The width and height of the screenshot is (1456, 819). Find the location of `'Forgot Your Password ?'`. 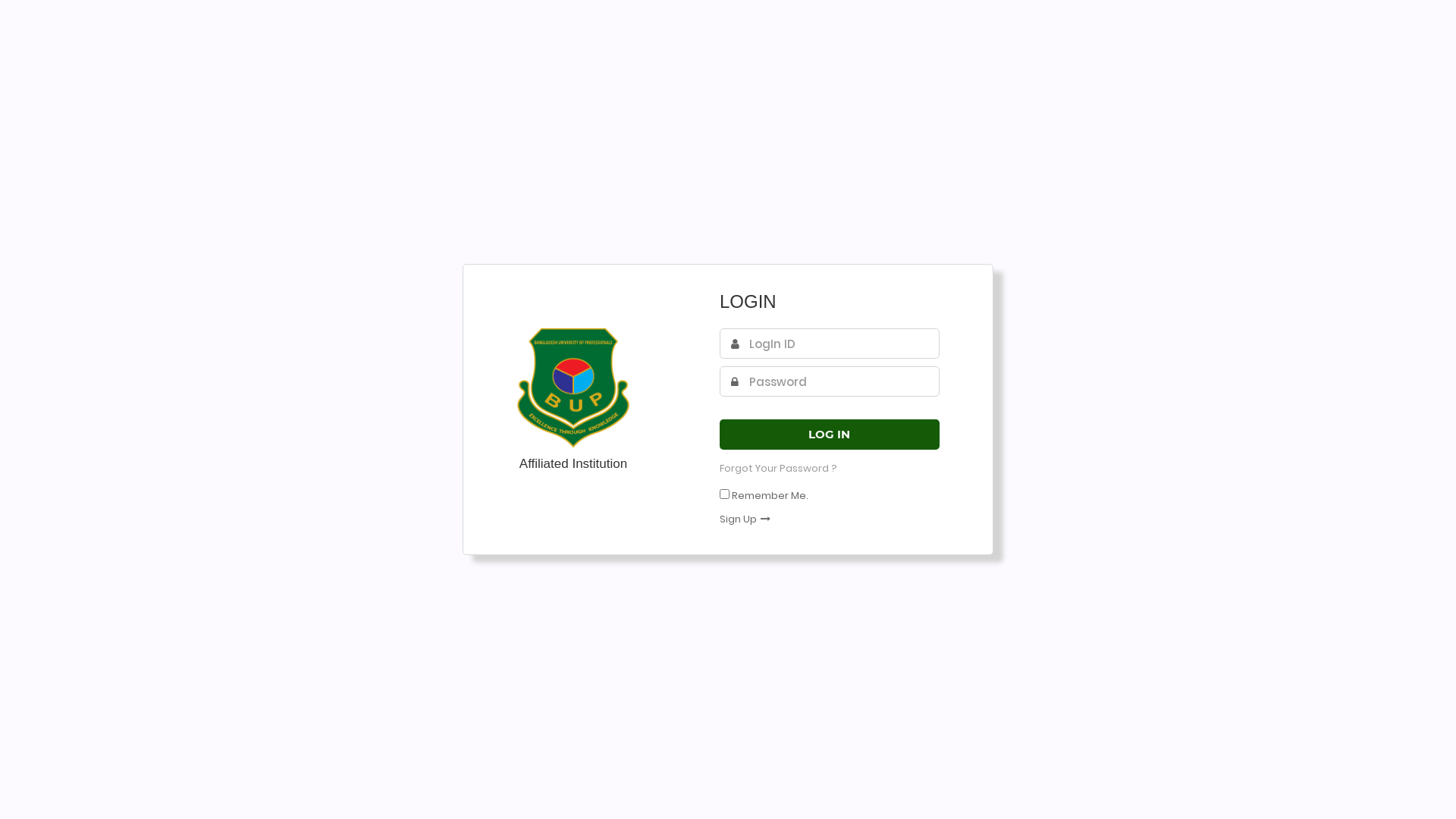

'Forgot Your Password ?' is located at coordinates (778, 467).